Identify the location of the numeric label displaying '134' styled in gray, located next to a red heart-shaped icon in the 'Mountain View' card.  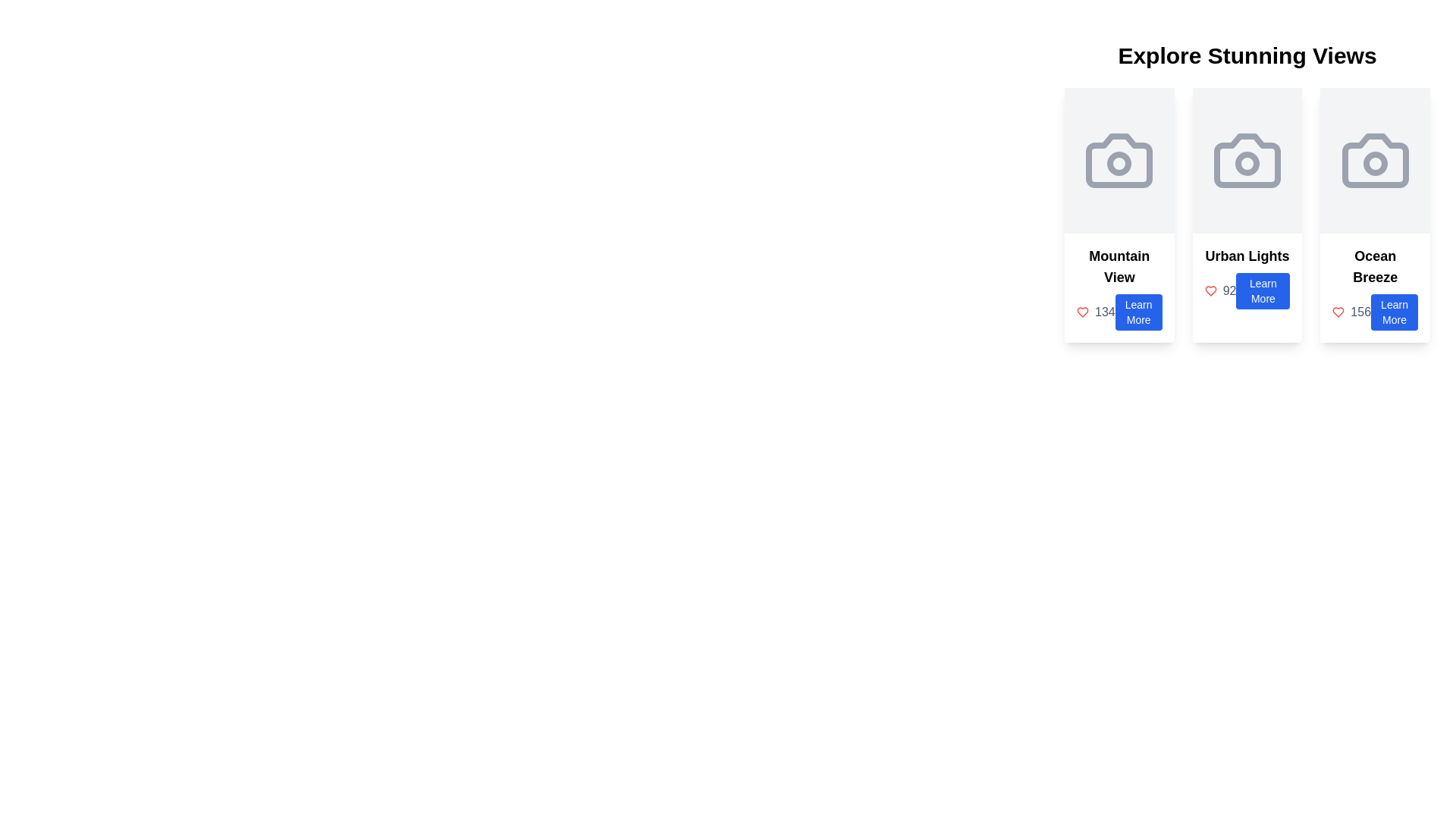
(1096, 312).